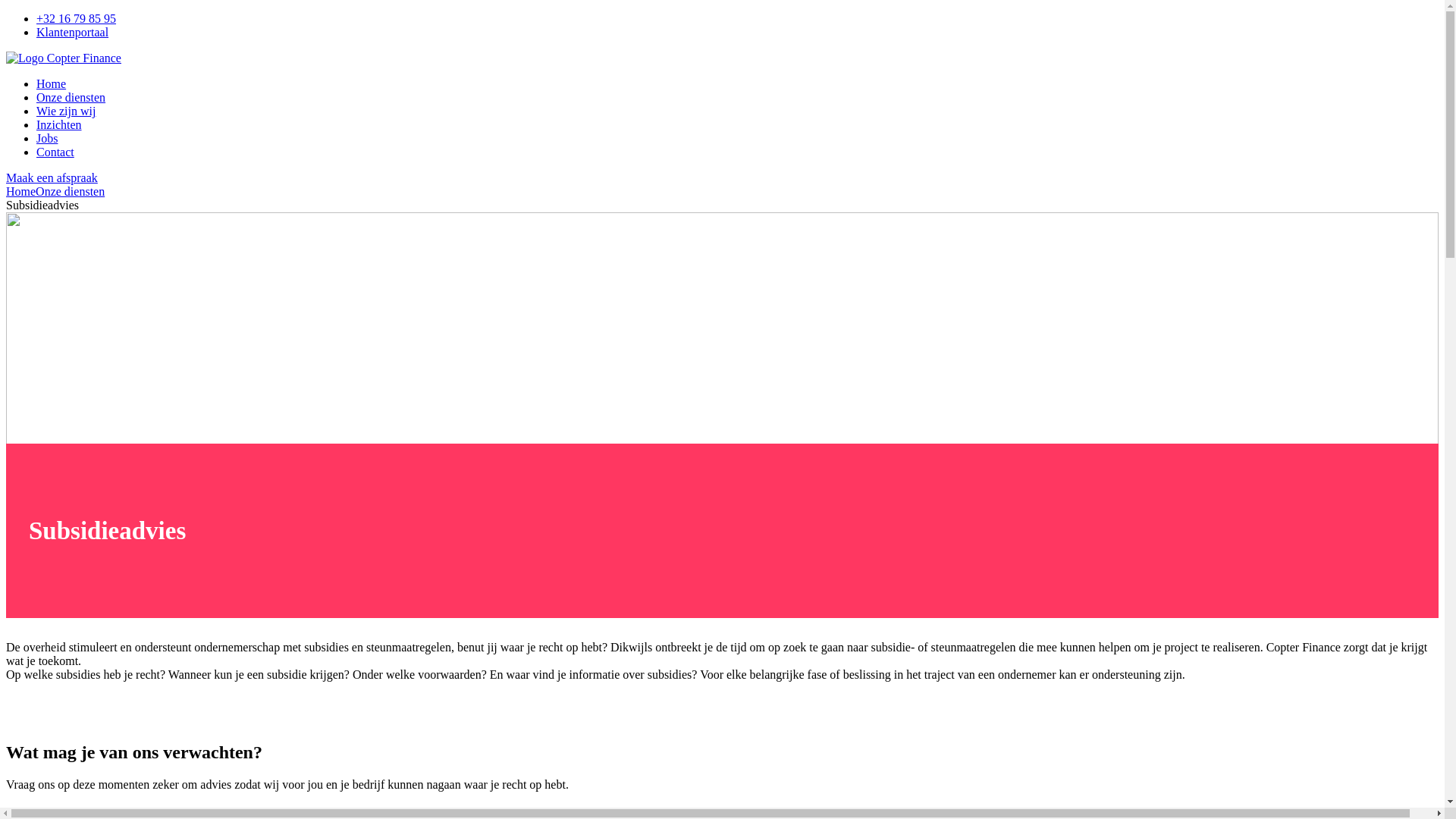 The height and width of the screenshot is (819, 1456). I want to click on 'Home', so click(51, 83).